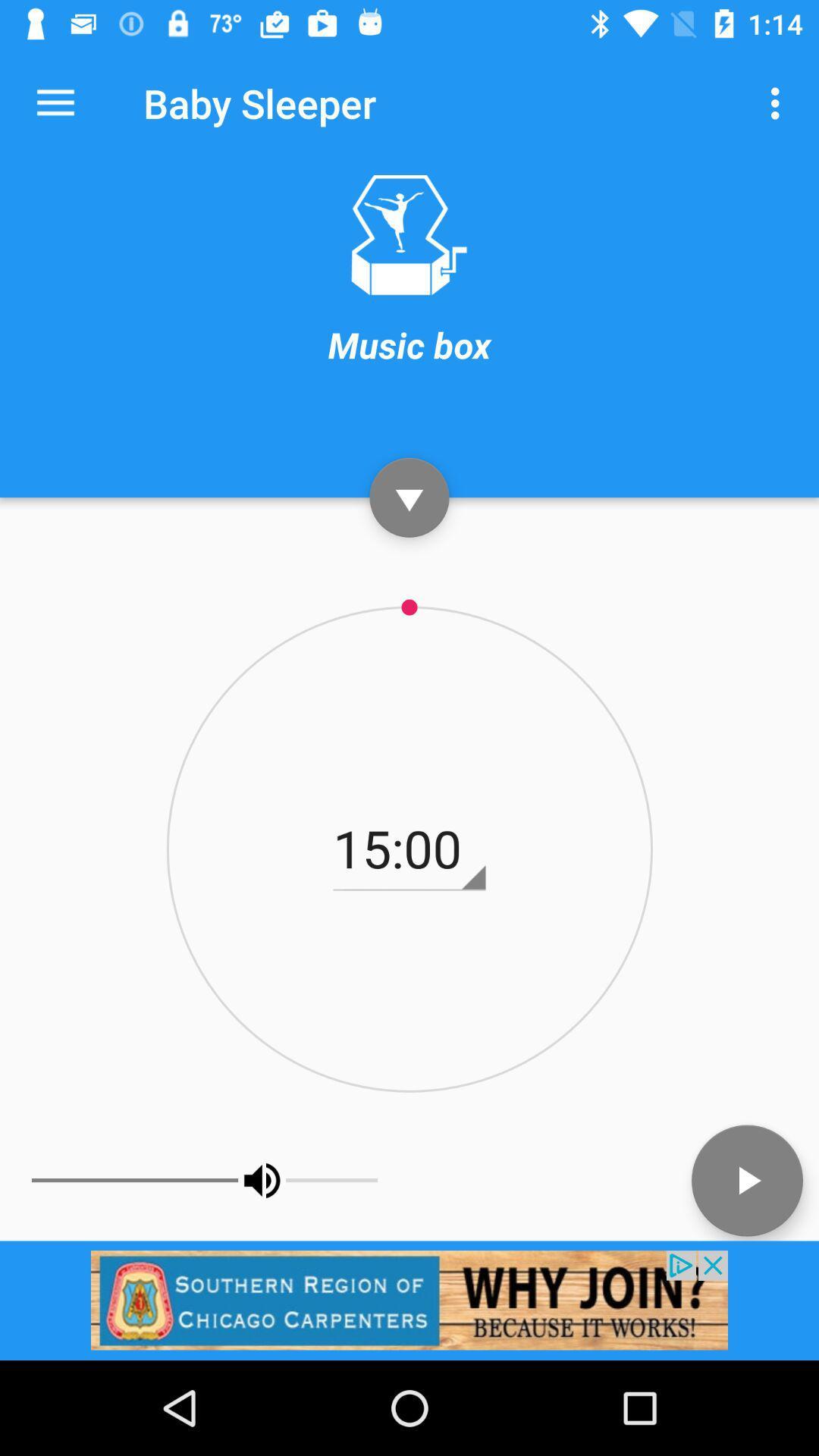  Describe the element at coordinates (746, 1179) in the screenshot. I see `the play icon` at that location.